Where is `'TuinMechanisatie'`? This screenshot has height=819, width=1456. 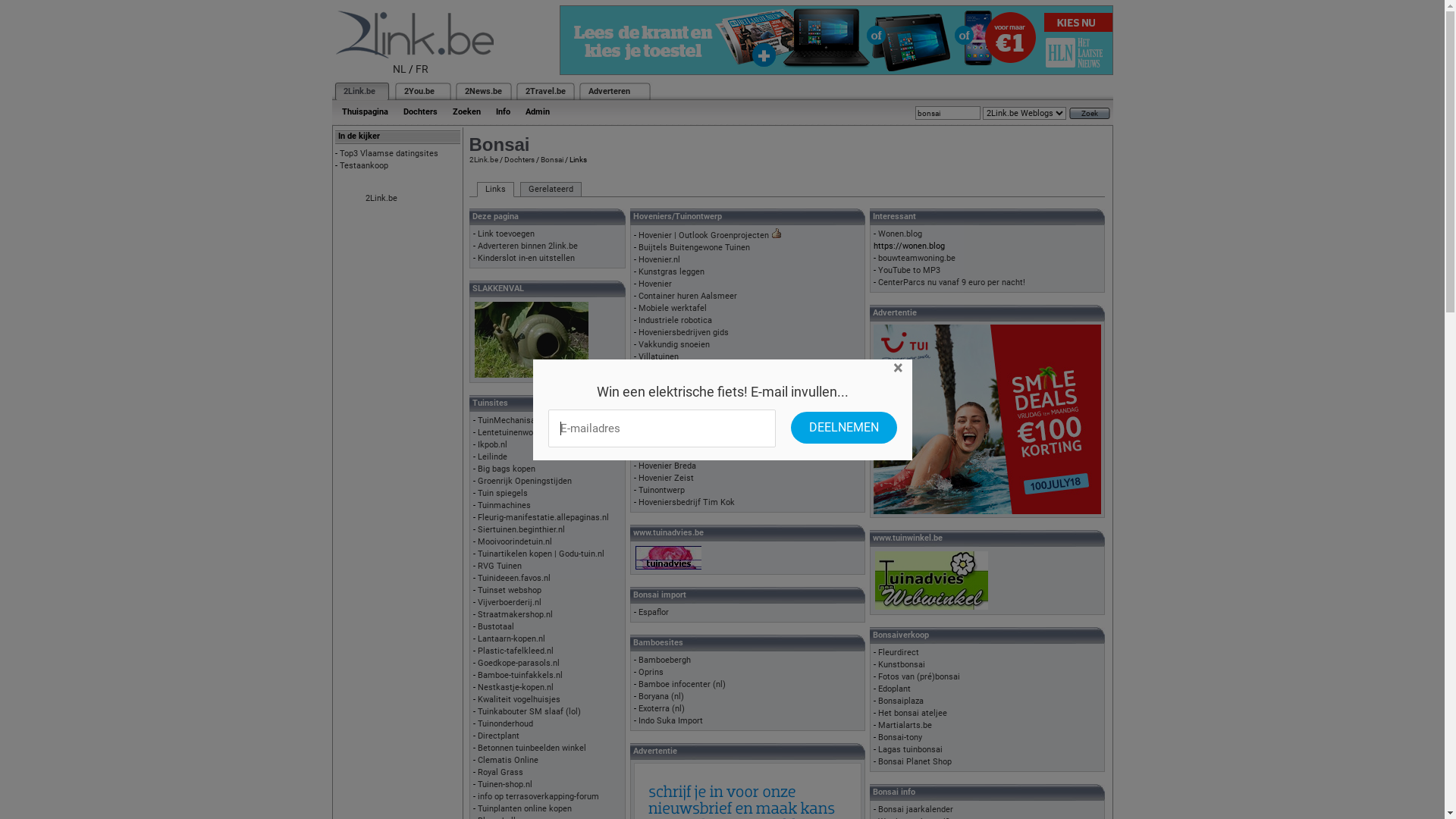 'TuinMechanisatie' is located at coordinates (511, 420).